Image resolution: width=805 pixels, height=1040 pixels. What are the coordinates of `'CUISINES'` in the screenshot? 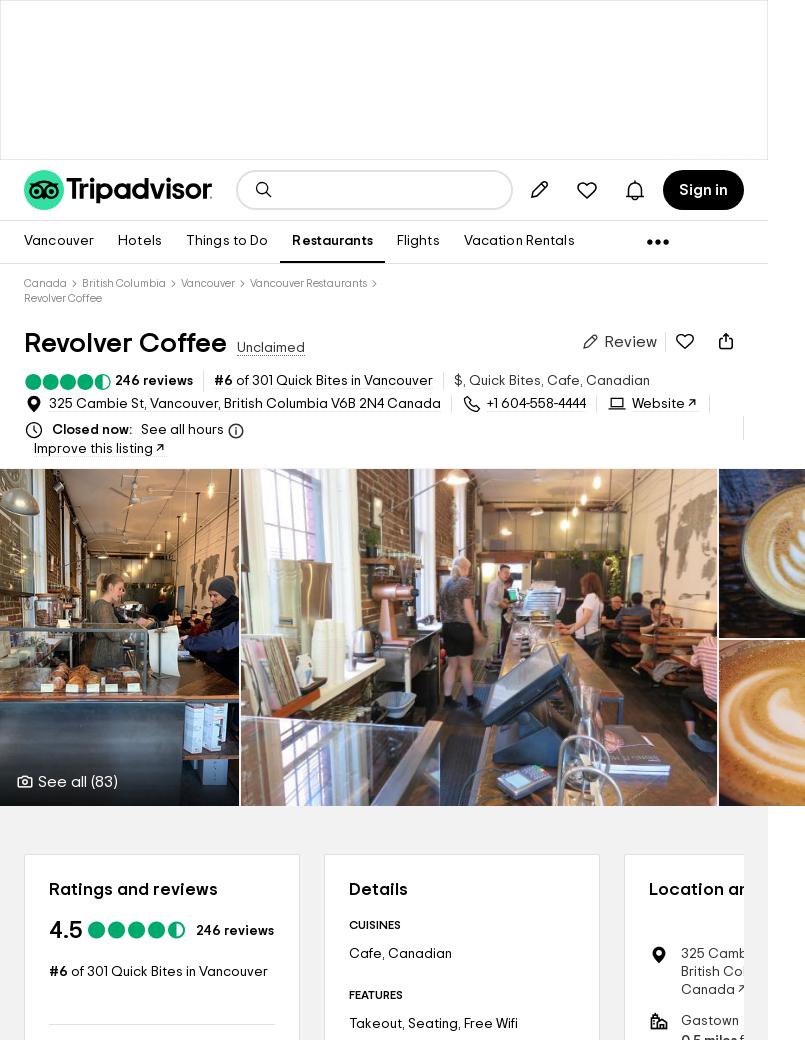 It's located at (348, 924).